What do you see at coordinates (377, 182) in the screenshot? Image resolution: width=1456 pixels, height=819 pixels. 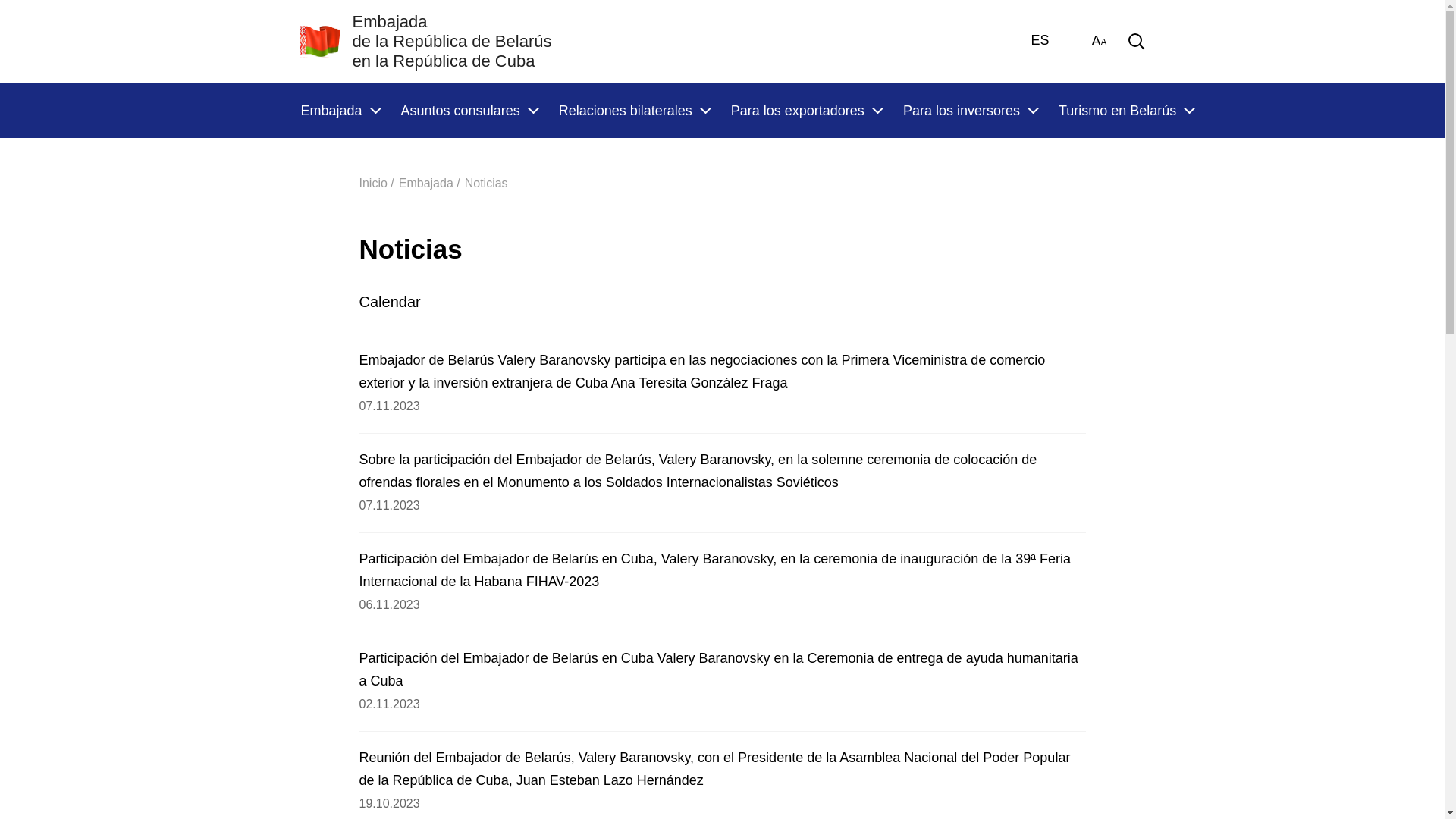 I see `'Inicio /'` at bounding box center [377, 182].